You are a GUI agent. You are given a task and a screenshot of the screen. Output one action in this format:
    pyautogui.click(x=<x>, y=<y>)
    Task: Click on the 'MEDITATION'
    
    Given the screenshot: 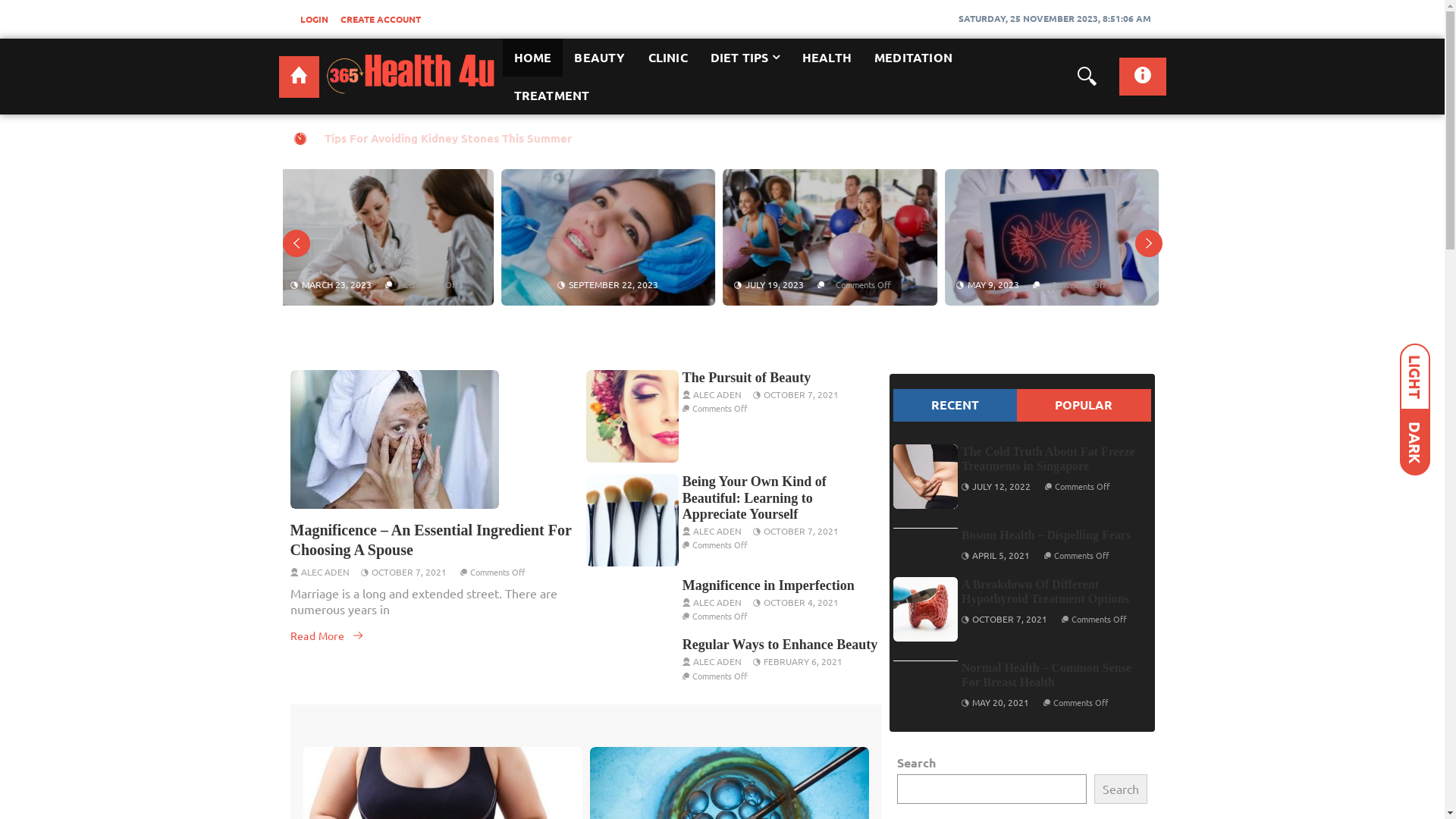 What is the action you would take?
    pyautogui.click(x=912, y=57)
    